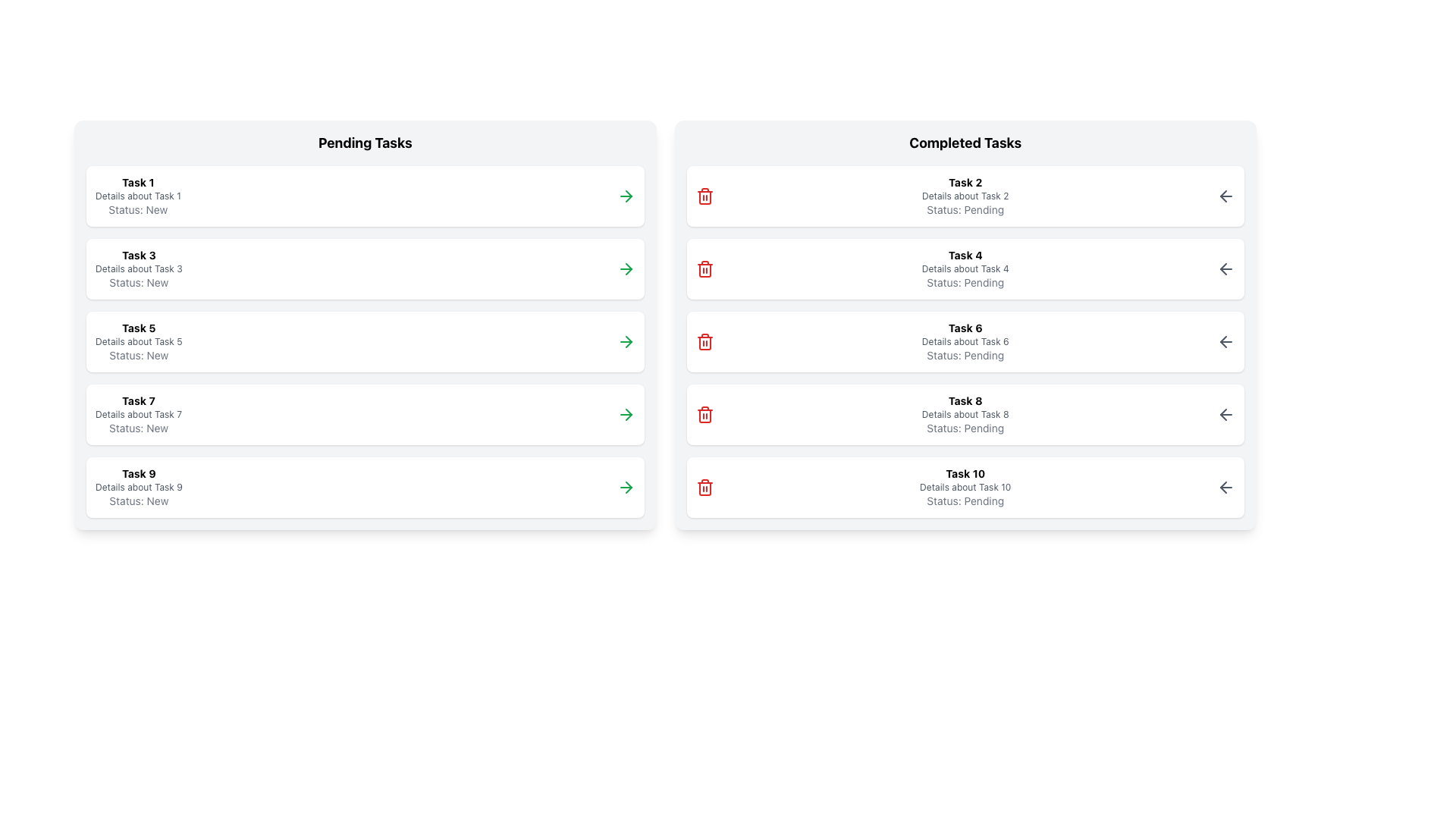  Describe the element at coordinates (626, 195) in the screenshot. I see `the SVG icon located in the bottom-right corner of the card containing 'Task 1'` at that location.